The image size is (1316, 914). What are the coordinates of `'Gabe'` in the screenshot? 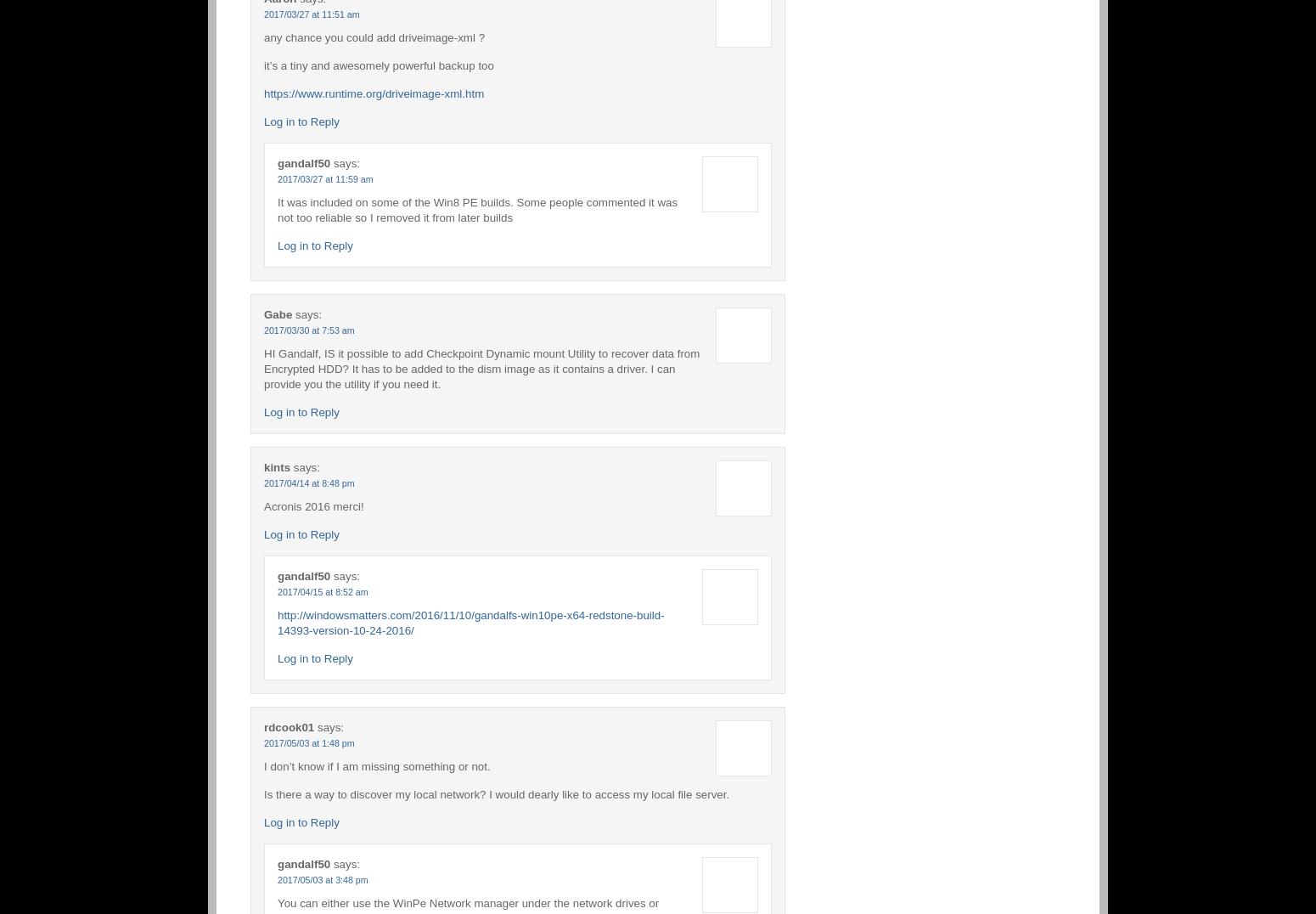 It's located at (277, 313).